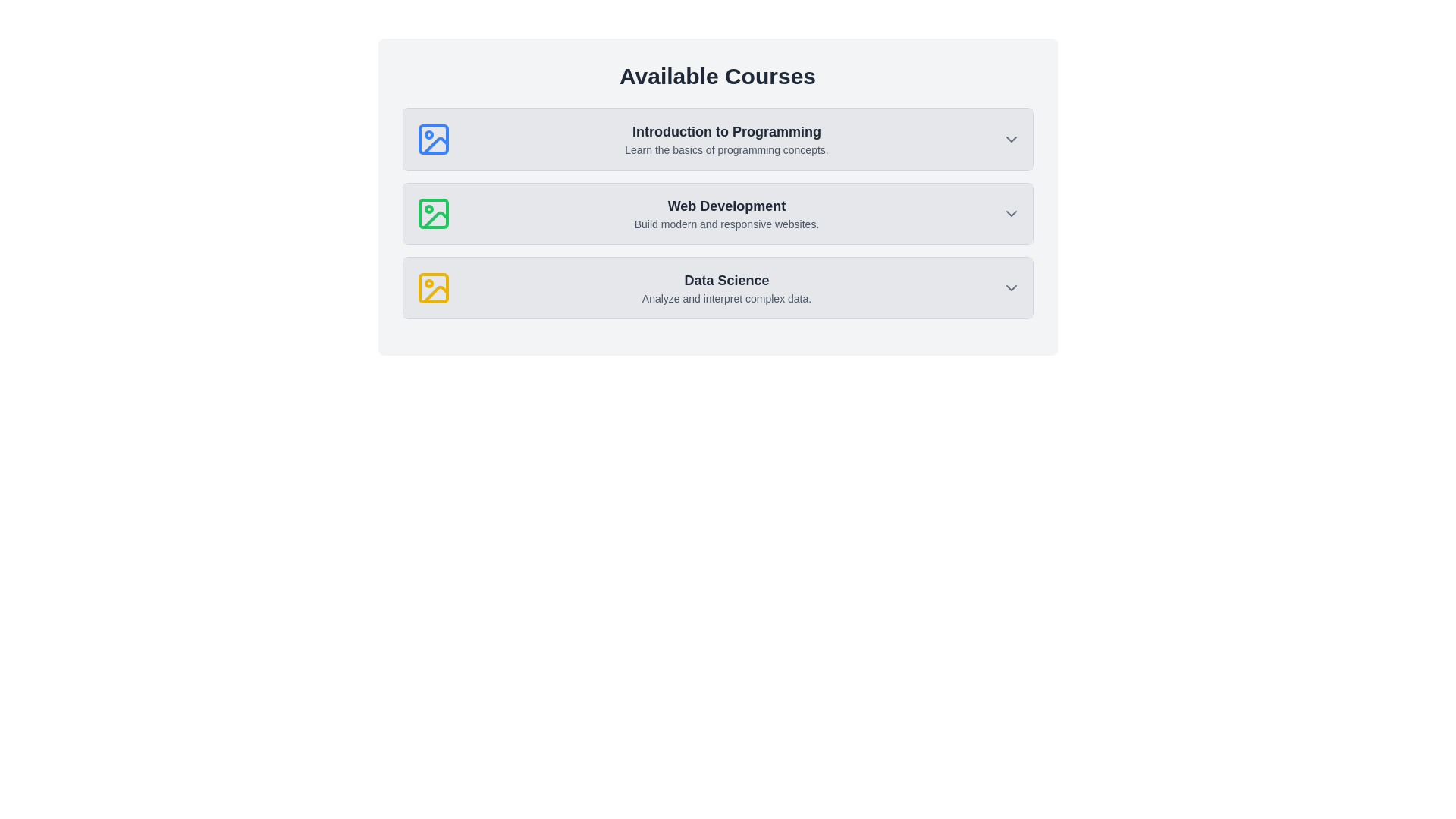 The width and height of the screenshot is (1456, 819). What do you see at coordinates (432, 288) in the screenshot?
I see `the yellow-colored image icon resembling a picture frame located to the left of the 'Data Science' text in the course list` at bounding box center [432, 288].